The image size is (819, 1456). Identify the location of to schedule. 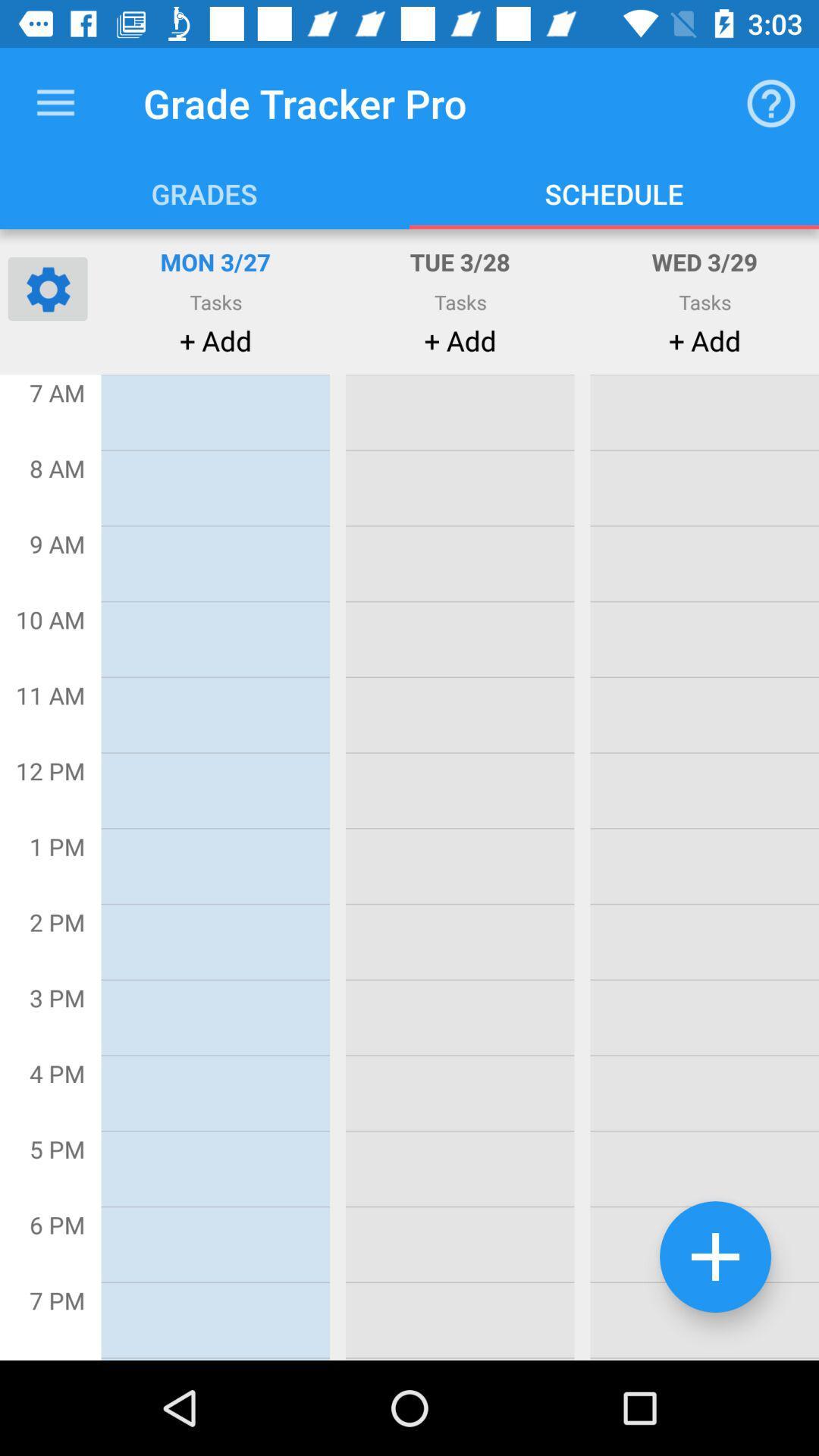
(715, 1257).